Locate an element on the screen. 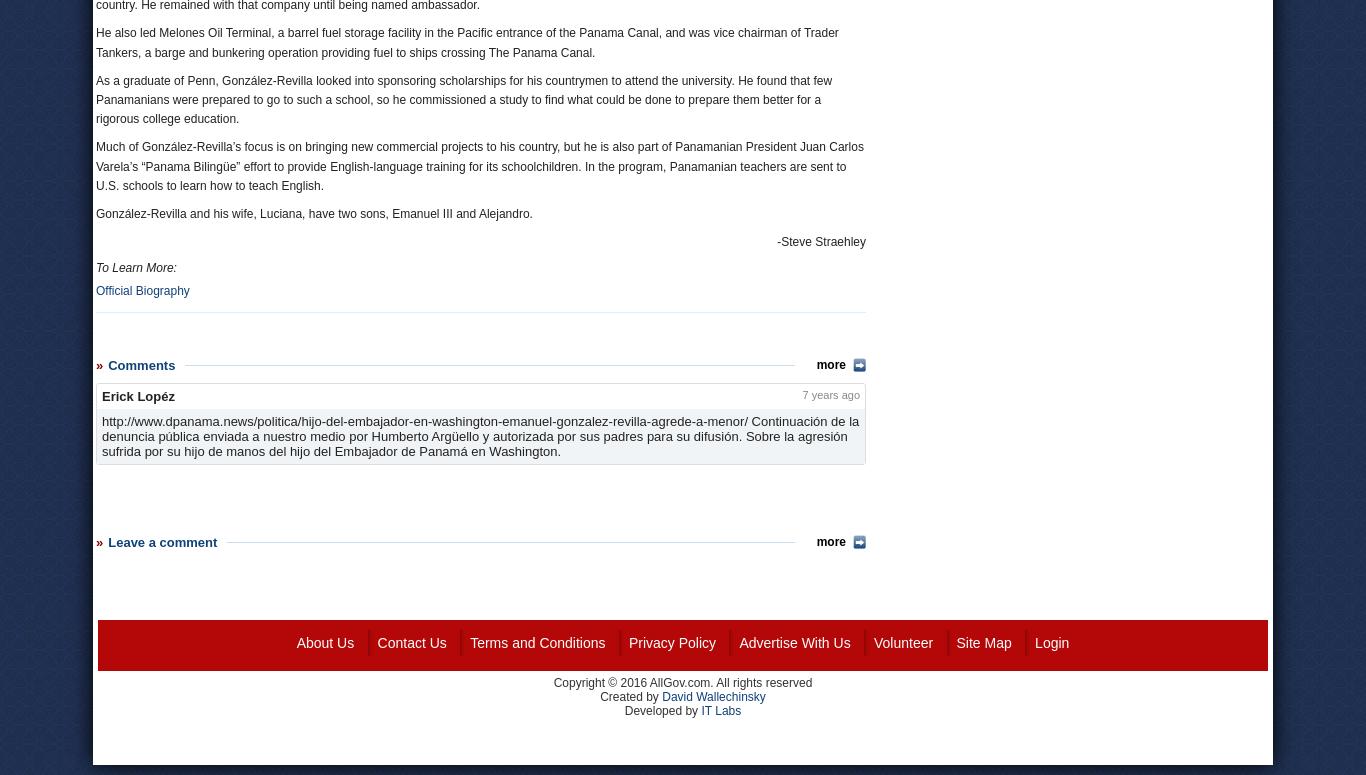 This screenshot has height=775, width=1366. '-Steve Straehley' is located at coordinates (820, 241).